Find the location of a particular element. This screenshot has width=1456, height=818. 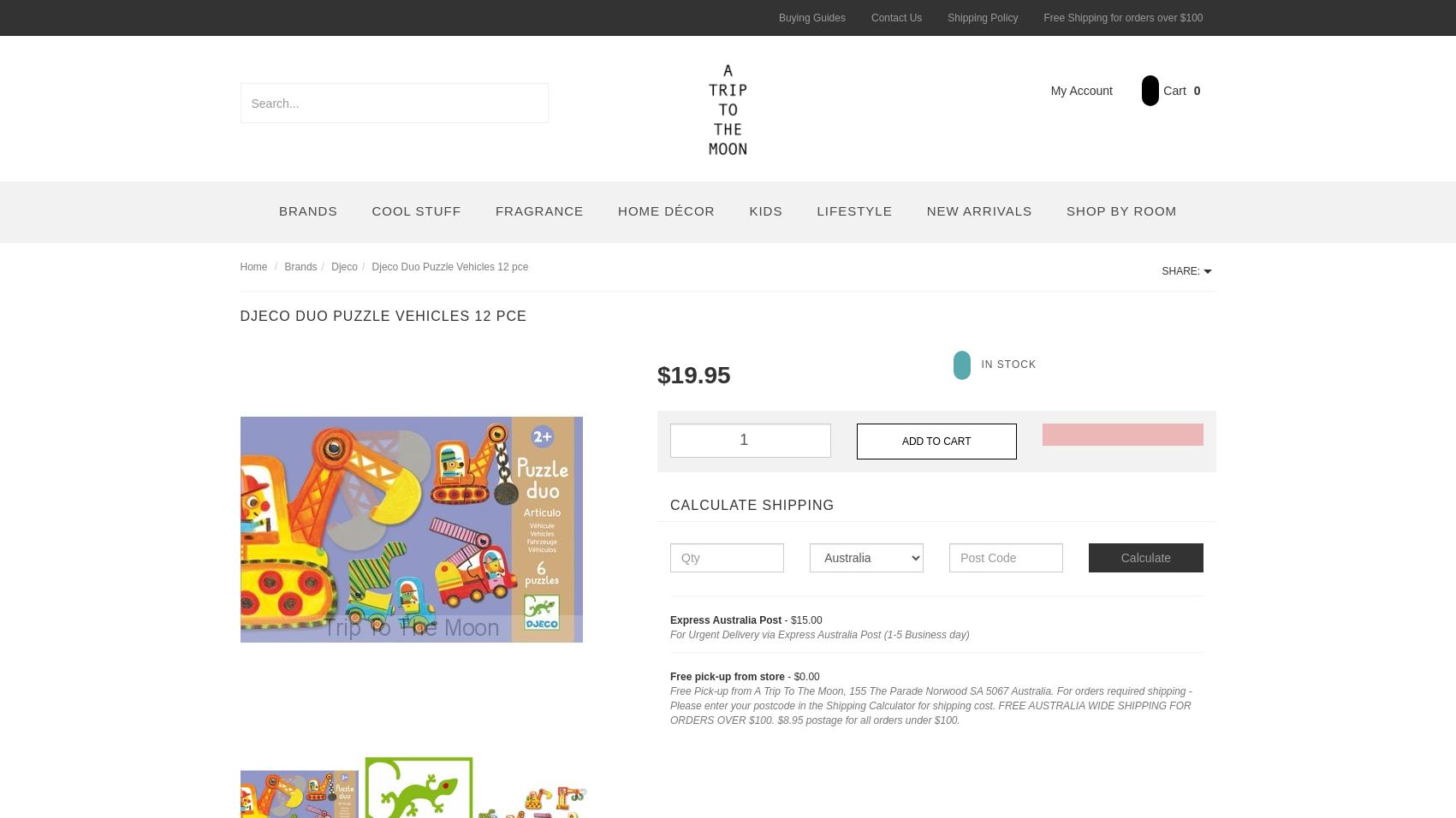

'Cool Stuff' is located at coordinates (414, 210).